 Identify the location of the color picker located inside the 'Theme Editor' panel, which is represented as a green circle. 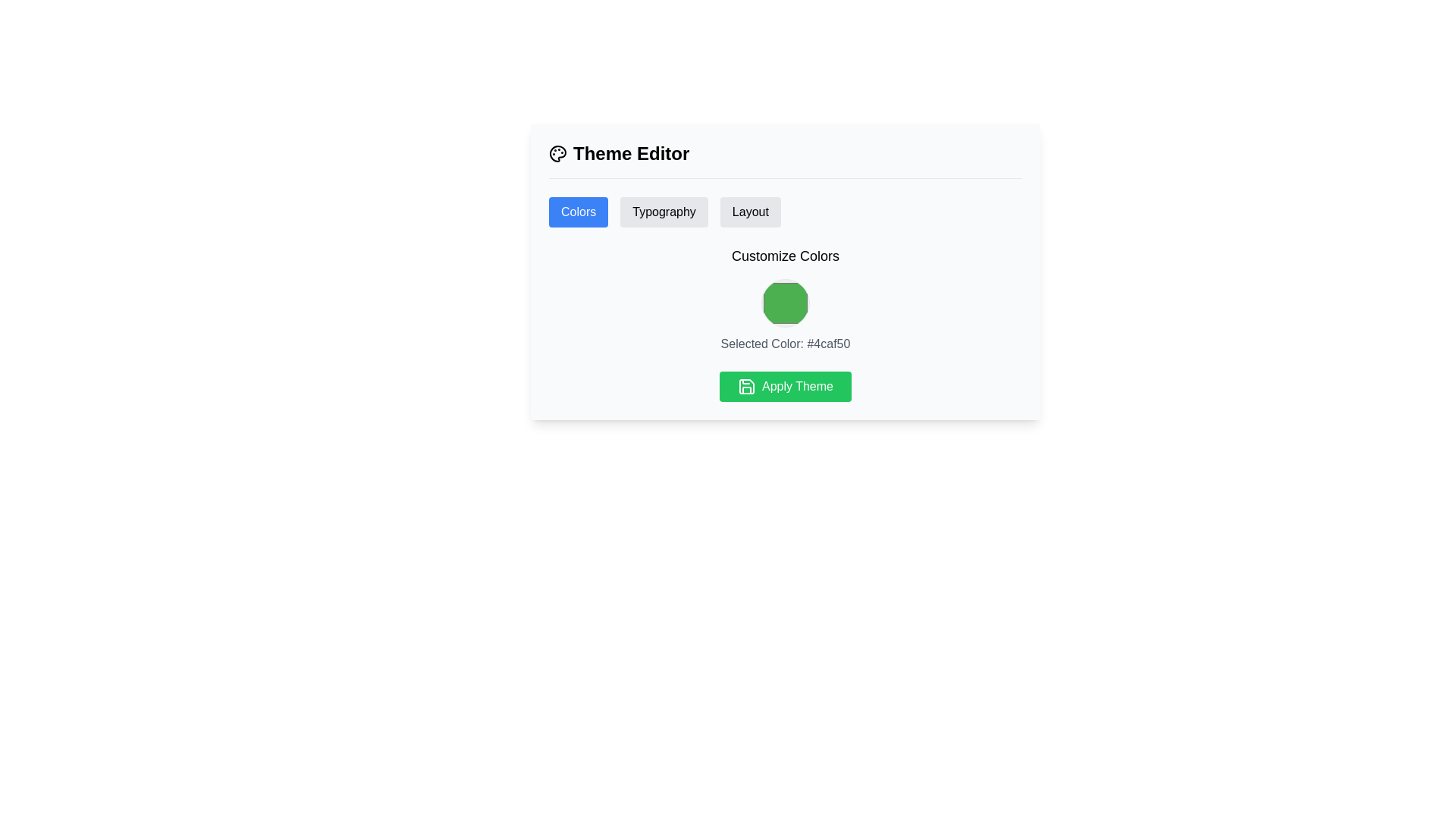
(786, 271).